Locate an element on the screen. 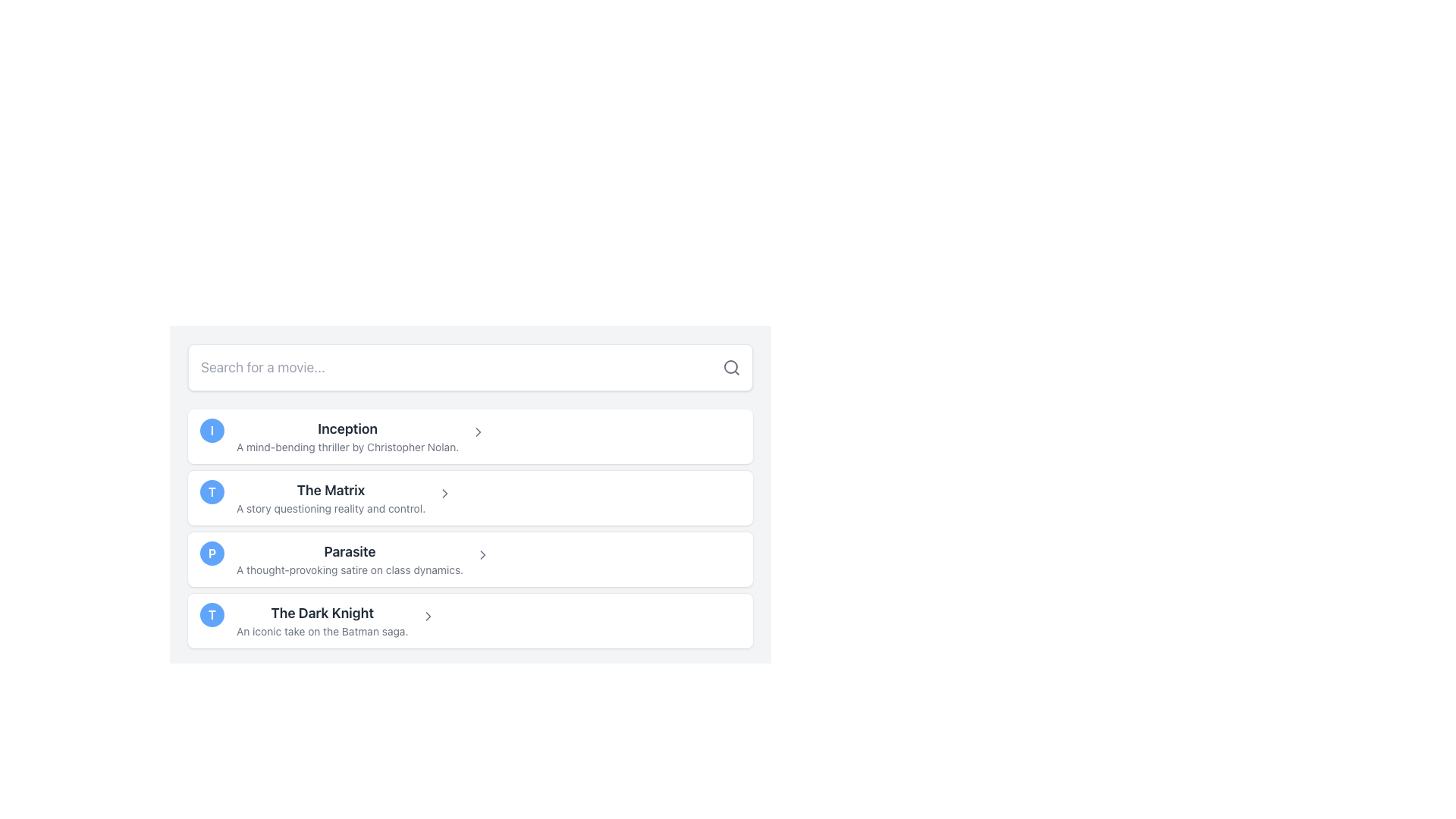 The image size is (1456, 819). the circular magnifying glass icon button located at the rightmost side of the search bar is located at coordinates (731, 368).